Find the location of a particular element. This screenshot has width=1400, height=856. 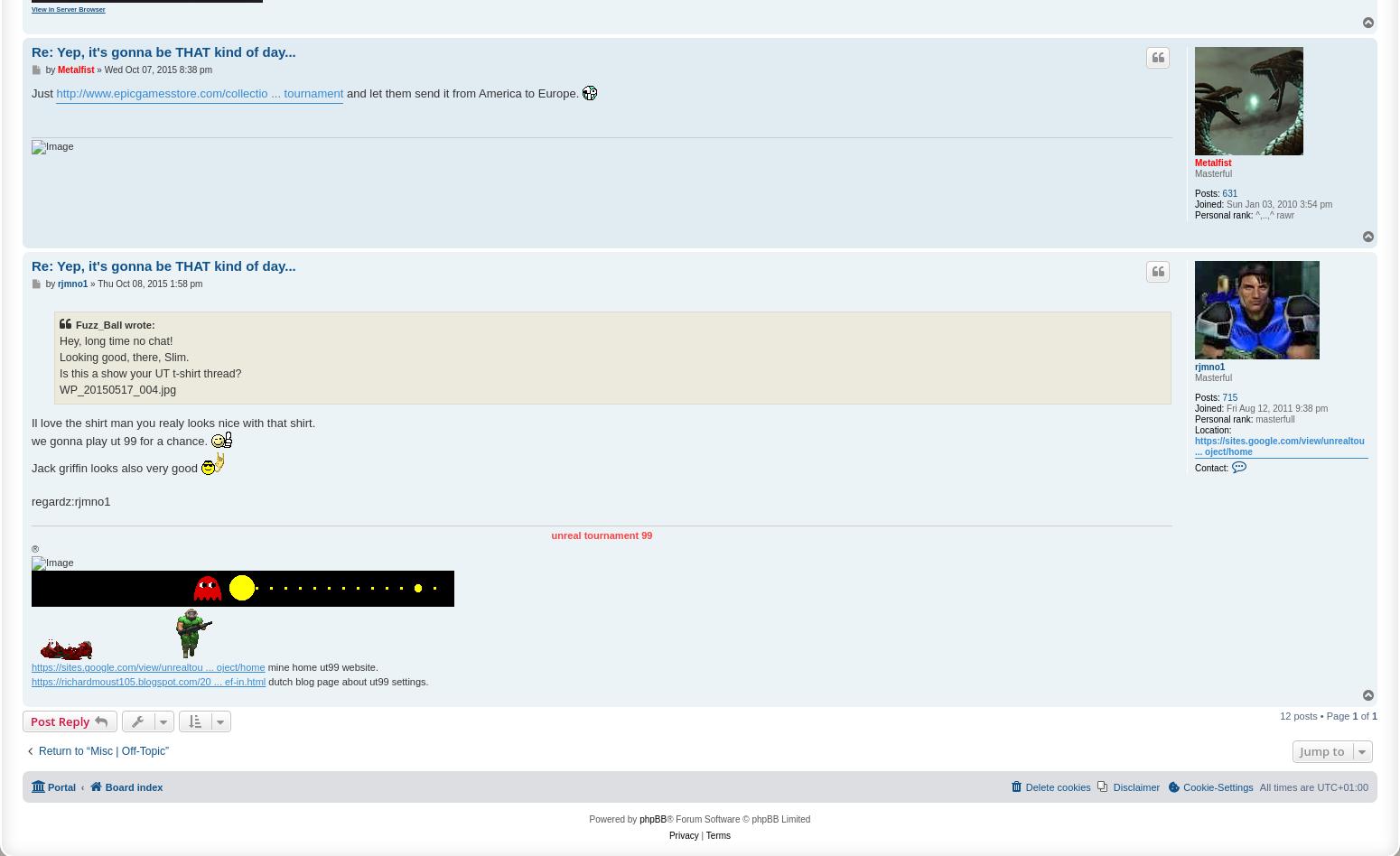

'® Forum Software © phpBB Limited' is located at coordinates (737, 817).